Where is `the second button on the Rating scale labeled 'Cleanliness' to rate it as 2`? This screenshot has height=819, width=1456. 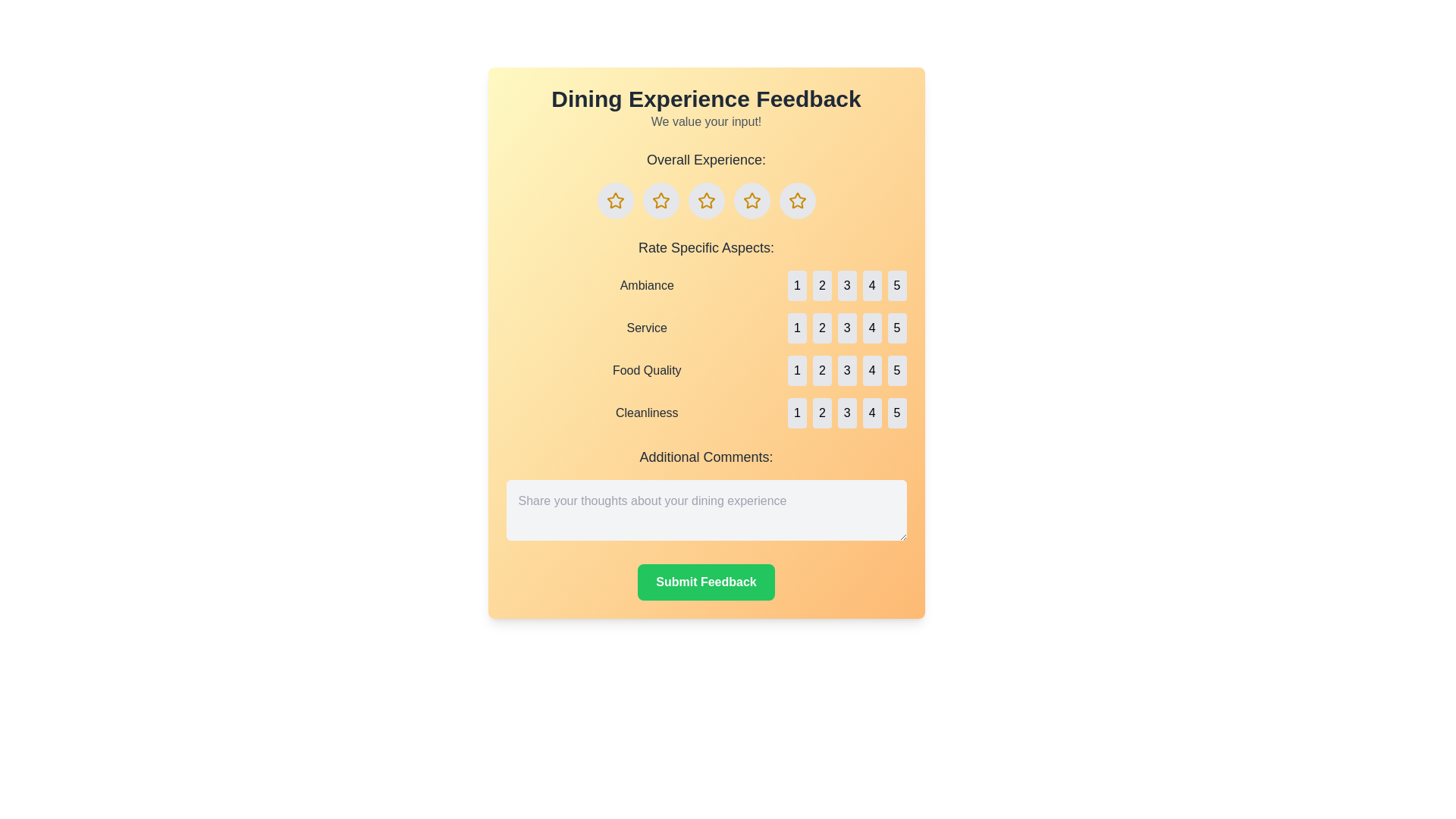 the second button on the Rating scale labeled 'Cleanliness' to rate it as 2 is located at coordinates (705, 413).